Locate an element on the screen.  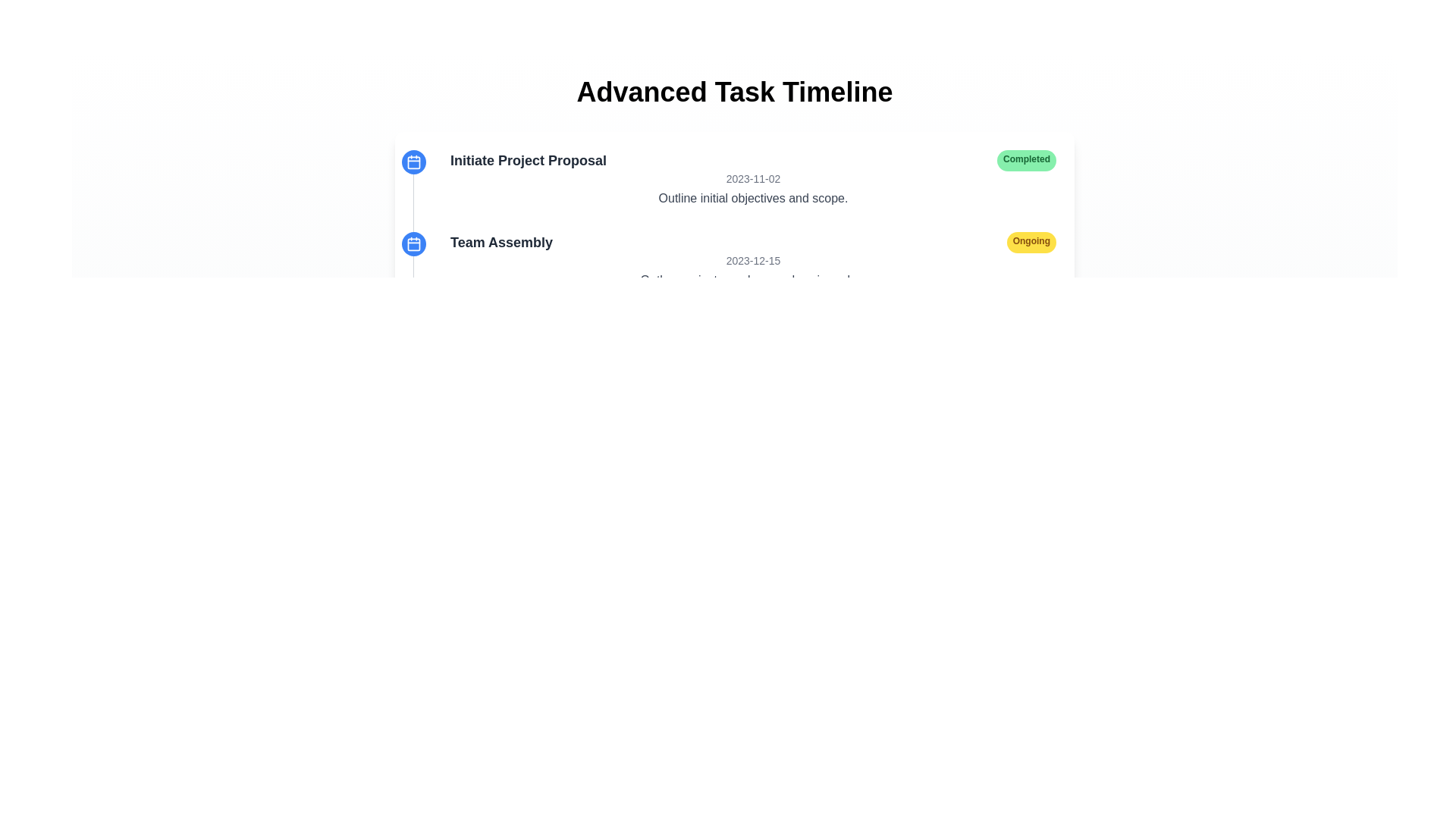
the icon inside the second circular button on the timeline, which is aligned left to the text 'Team Assembly' is located at coordinates (414, 243).